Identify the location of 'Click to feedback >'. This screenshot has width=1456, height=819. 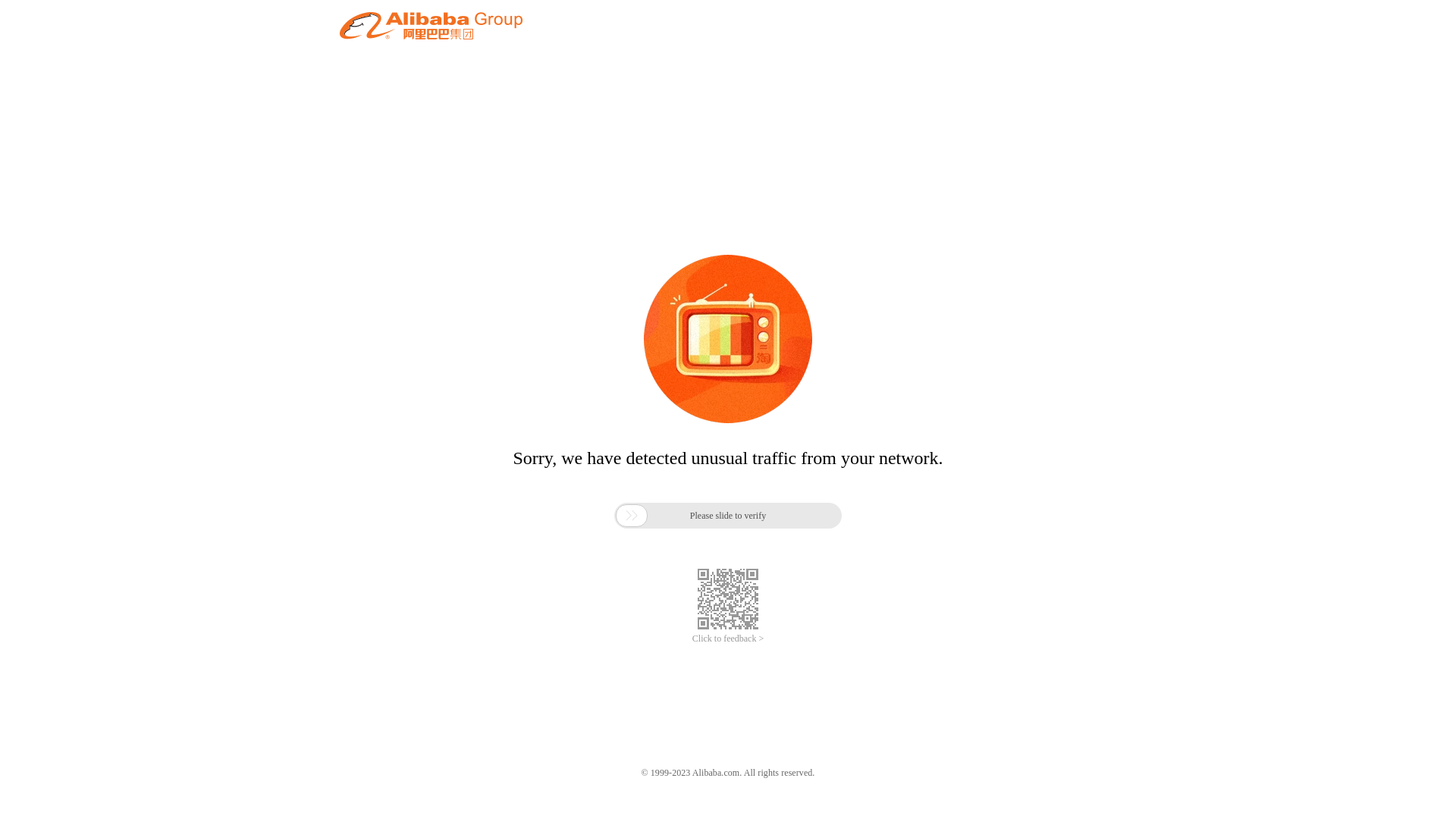
(691, 639).